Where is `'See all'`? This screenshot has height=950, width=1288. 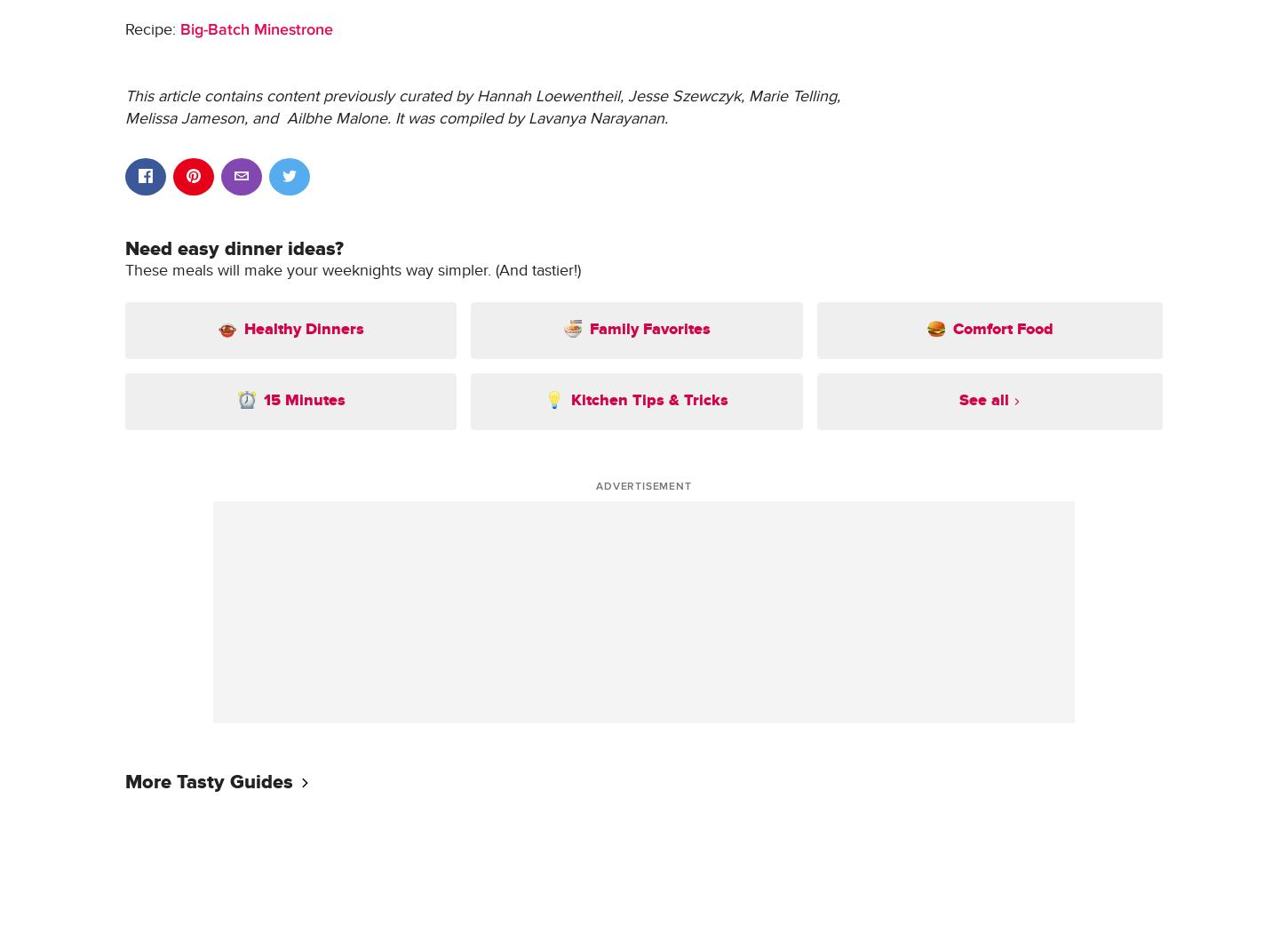
'See all' is located at coordinates (982, 400).